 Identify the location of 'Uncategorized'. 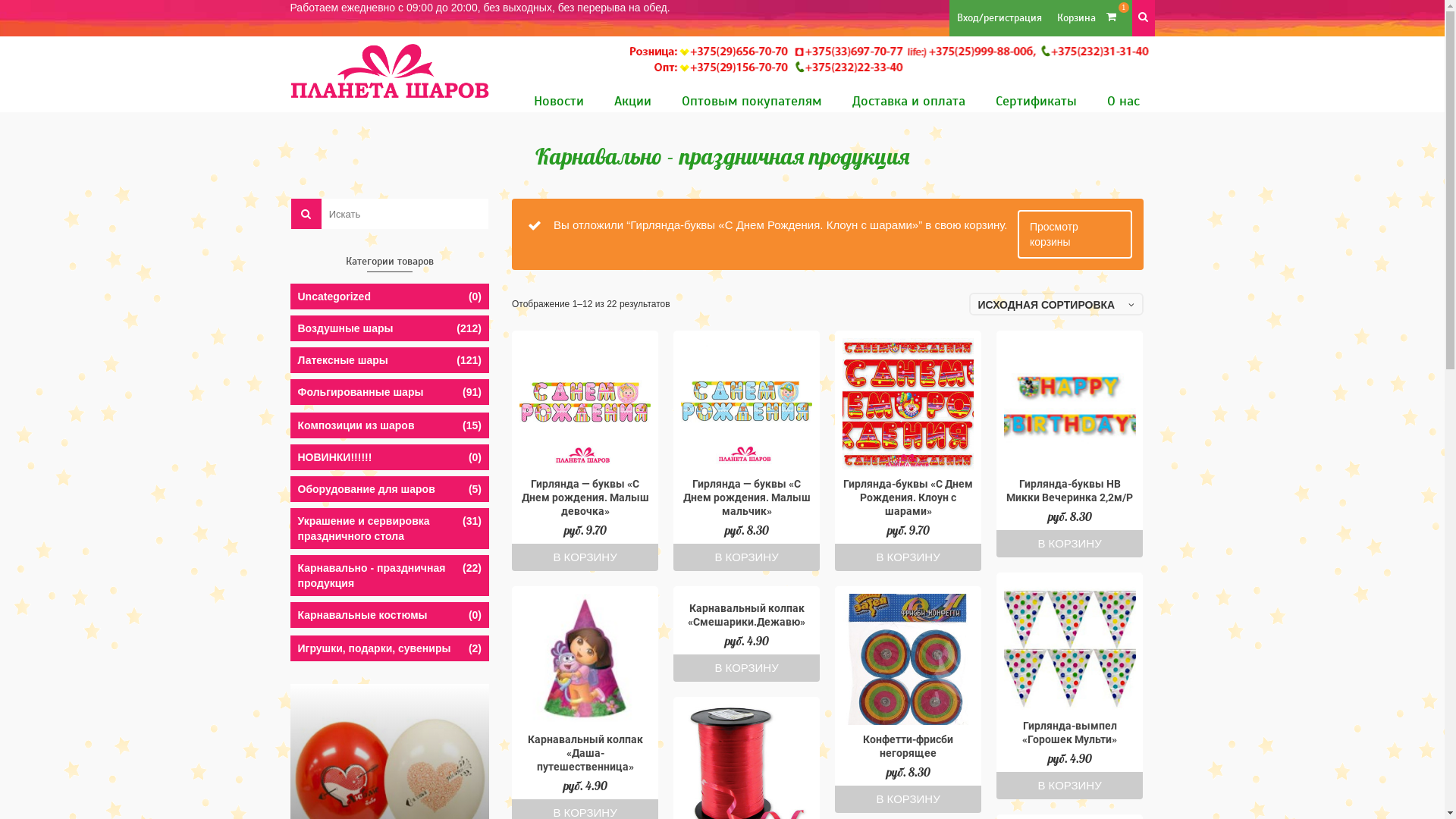
(389, 296).